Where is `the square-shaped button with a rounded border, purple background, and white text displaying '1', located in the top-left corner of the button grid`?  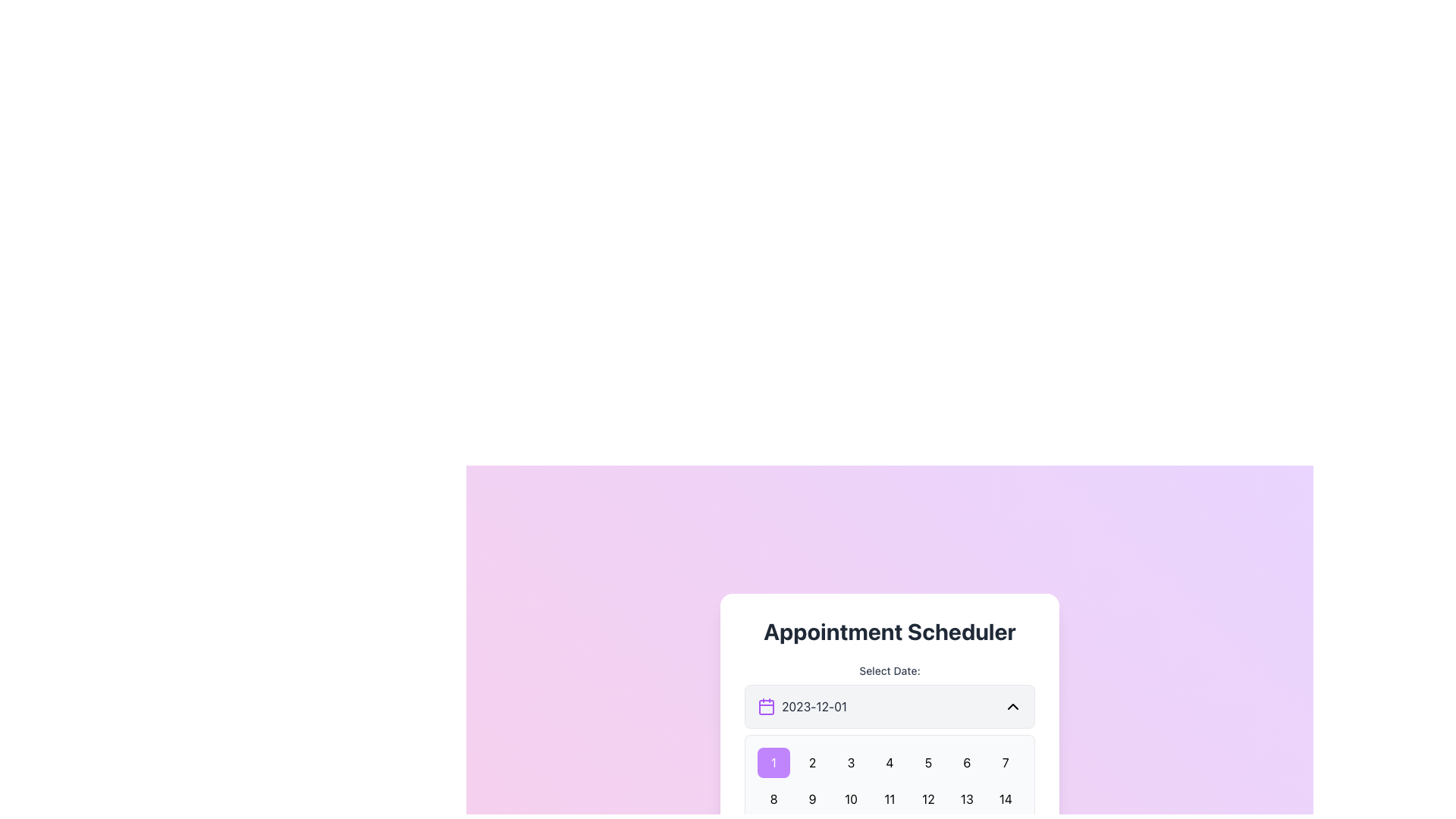 the square-shaped button with a rounded border, purple background, and white text displaying '1', located in the top-left corner of the button grid is located at coordinates (773, 763).